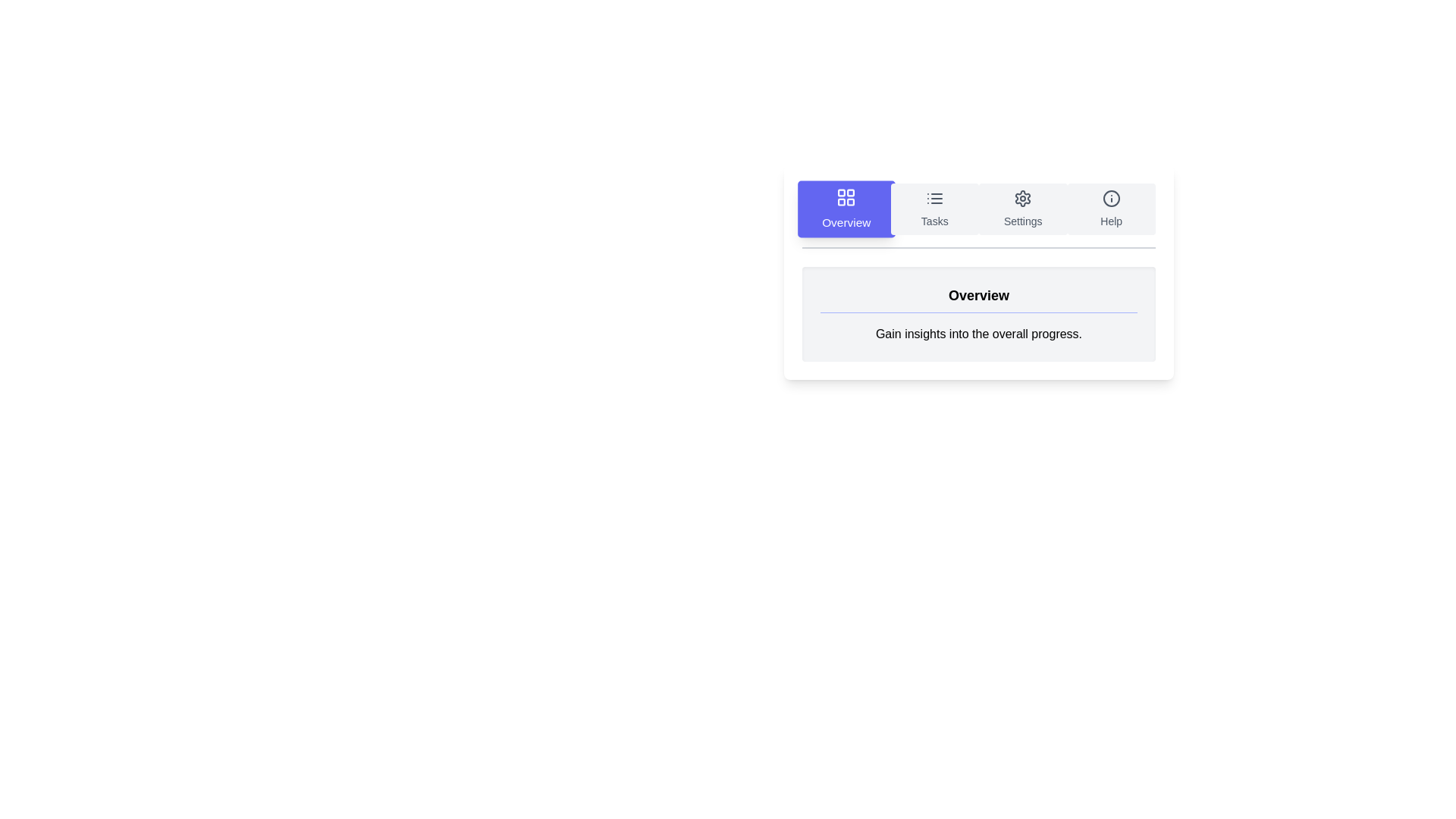 This screenshot has height=819, width=1456. I want to click on the Help tab by clicking on its button, so click(1111, 209).